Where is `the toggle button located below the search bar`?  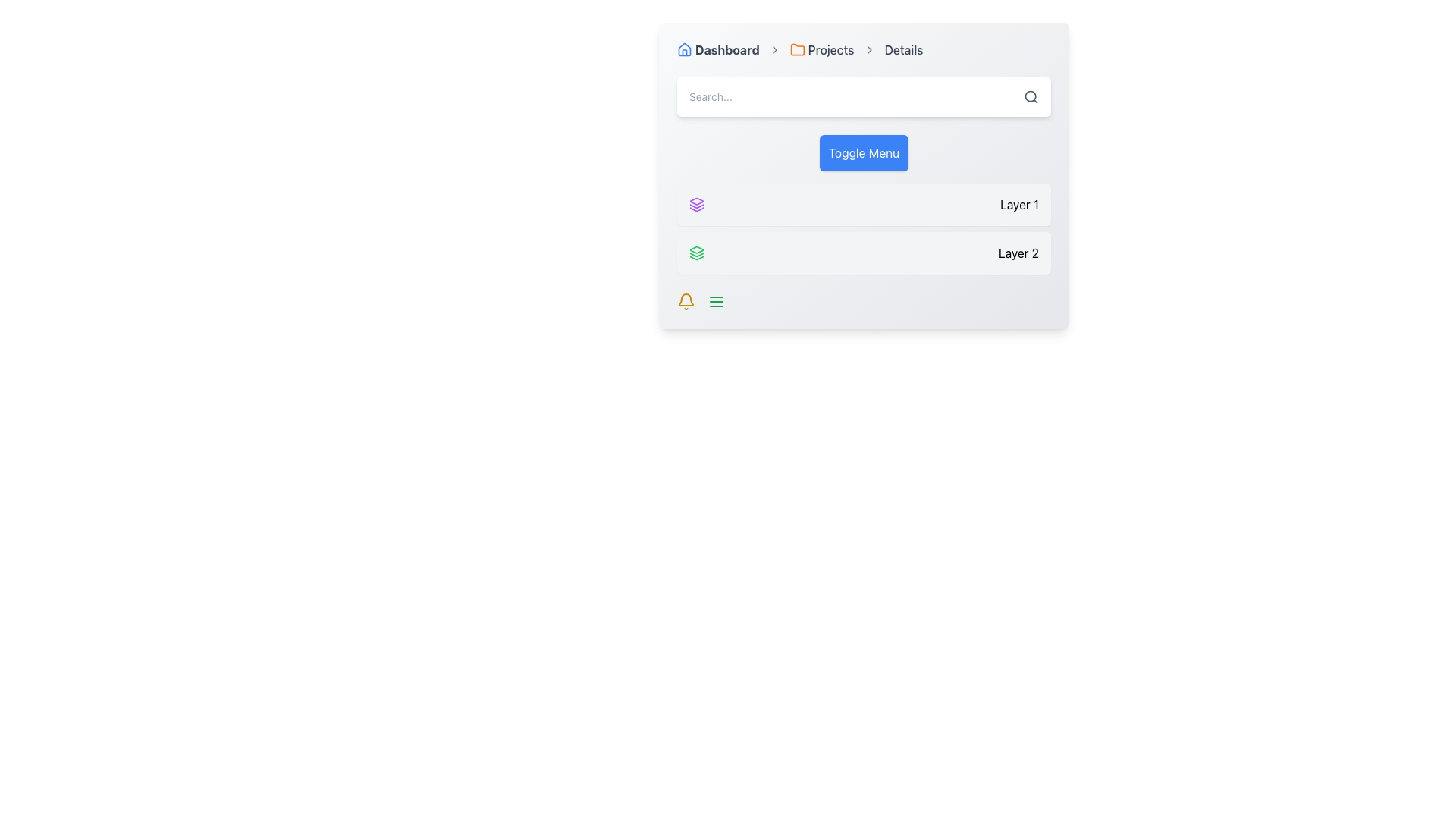
the toggle button located below the search bar is located at coordinates (864, 152).